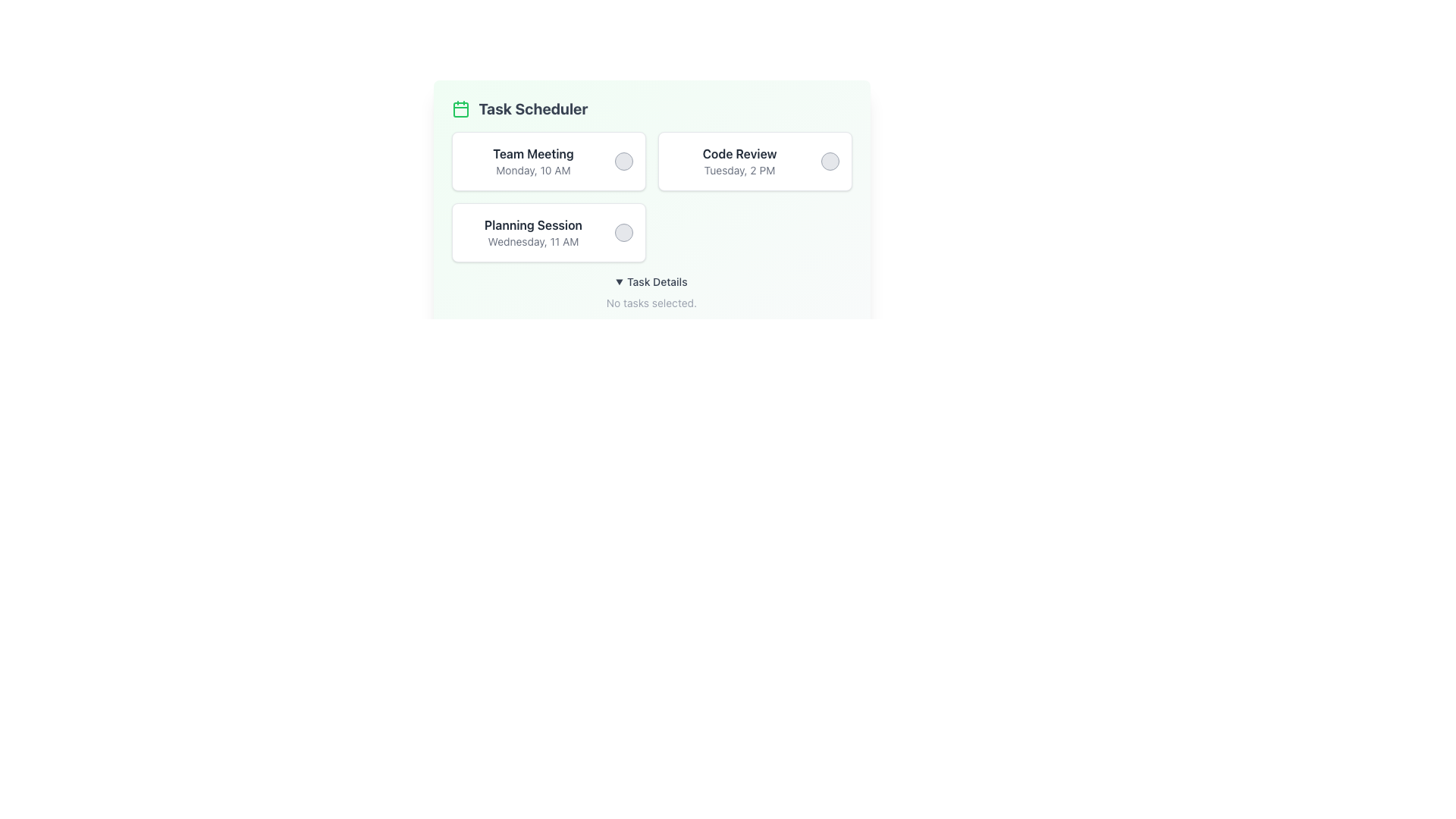  What do you see at coordinates (755, 161) in the screenshot?
I see `the selectable list item titled 'Code Review' scheduled for 'Tuesday, 2 PM'` at bounding box center [755, 161].